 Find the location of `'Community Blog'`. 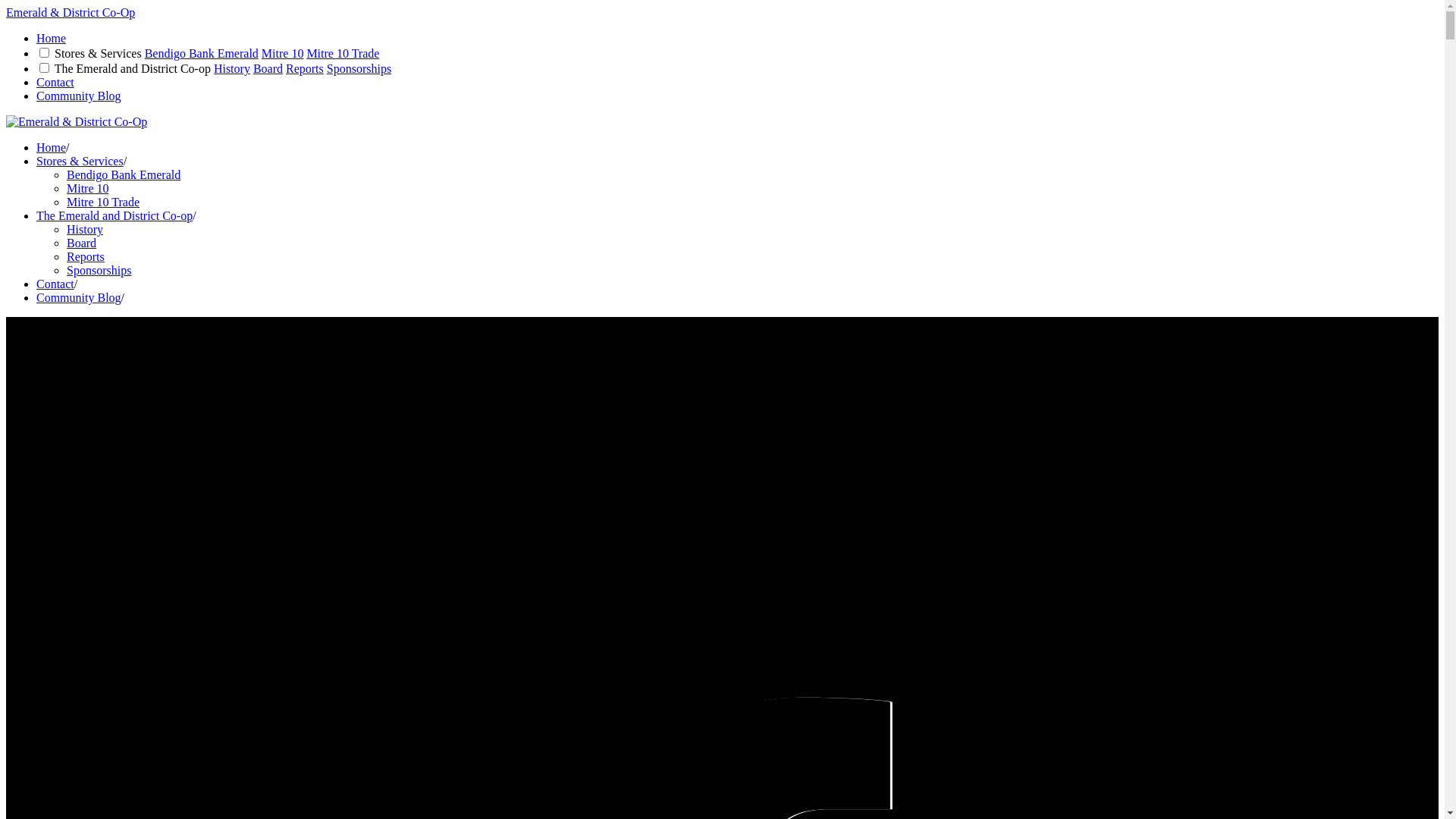

'Community Blog' is located at coordinates (36, 96).